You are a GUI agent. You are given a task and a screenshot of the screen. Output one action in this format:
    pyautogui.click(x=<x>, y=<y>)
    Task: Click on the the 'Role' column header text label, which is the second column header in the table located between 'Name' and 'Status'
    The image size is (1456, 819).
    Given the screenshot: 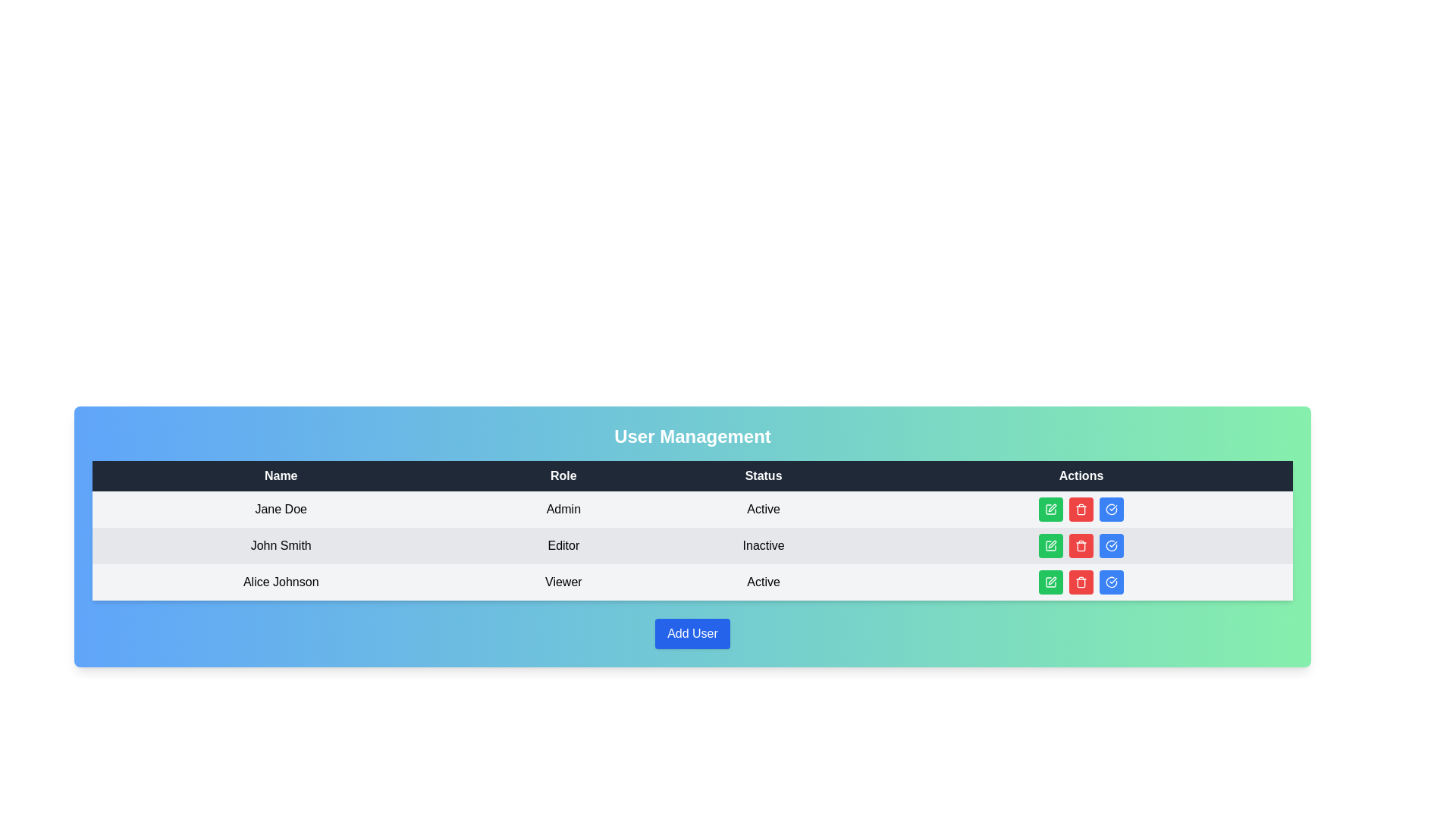 What is the action you would take?
    pyautogui.click(x=563, y=475)
    